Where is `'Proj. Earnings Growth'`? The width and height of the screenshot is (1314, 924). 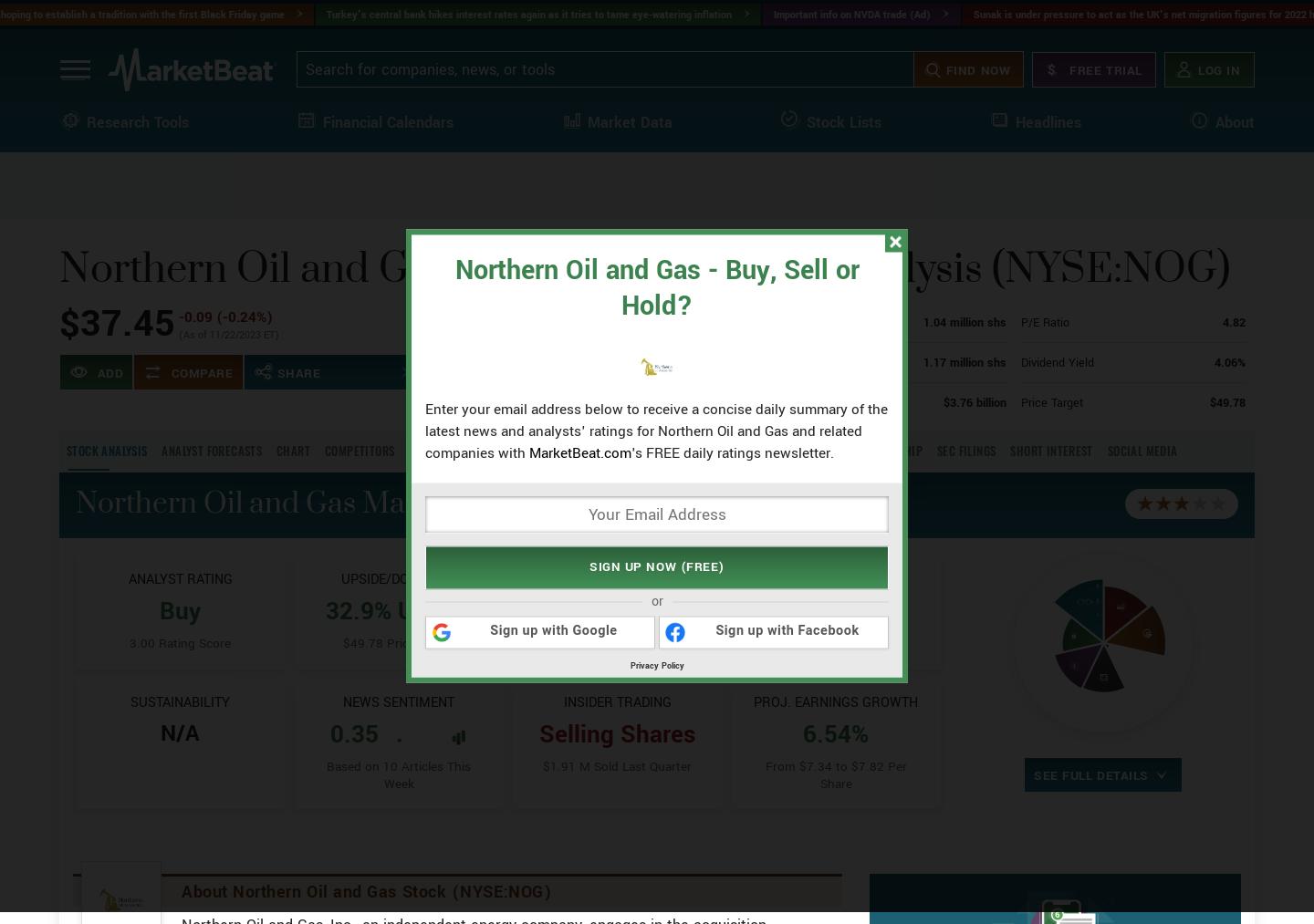
'Proj. Earnings Growth' is located at coordinates (835, 766).